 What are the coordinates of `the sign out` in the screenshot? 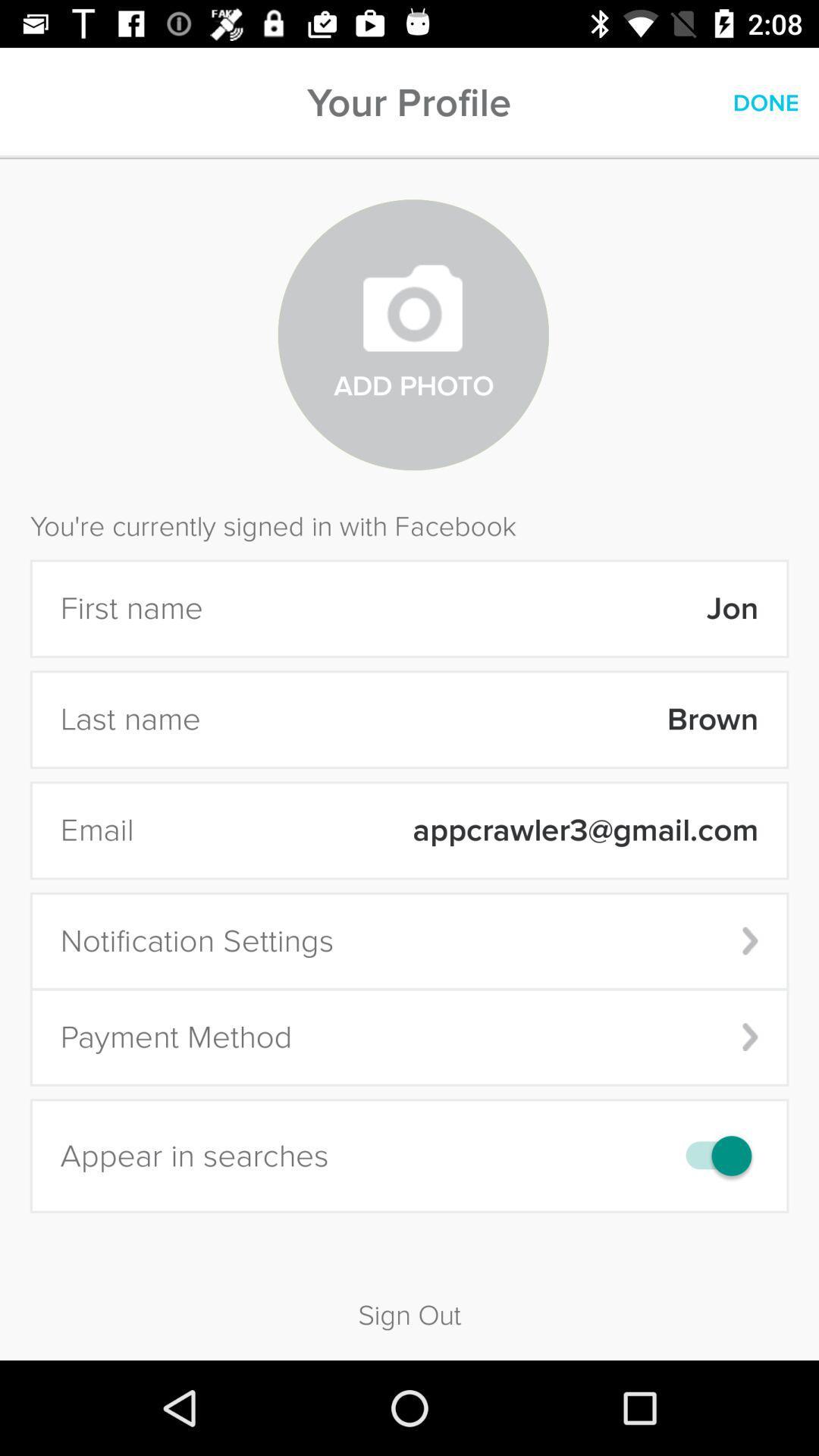 It's located at (409, 1288).